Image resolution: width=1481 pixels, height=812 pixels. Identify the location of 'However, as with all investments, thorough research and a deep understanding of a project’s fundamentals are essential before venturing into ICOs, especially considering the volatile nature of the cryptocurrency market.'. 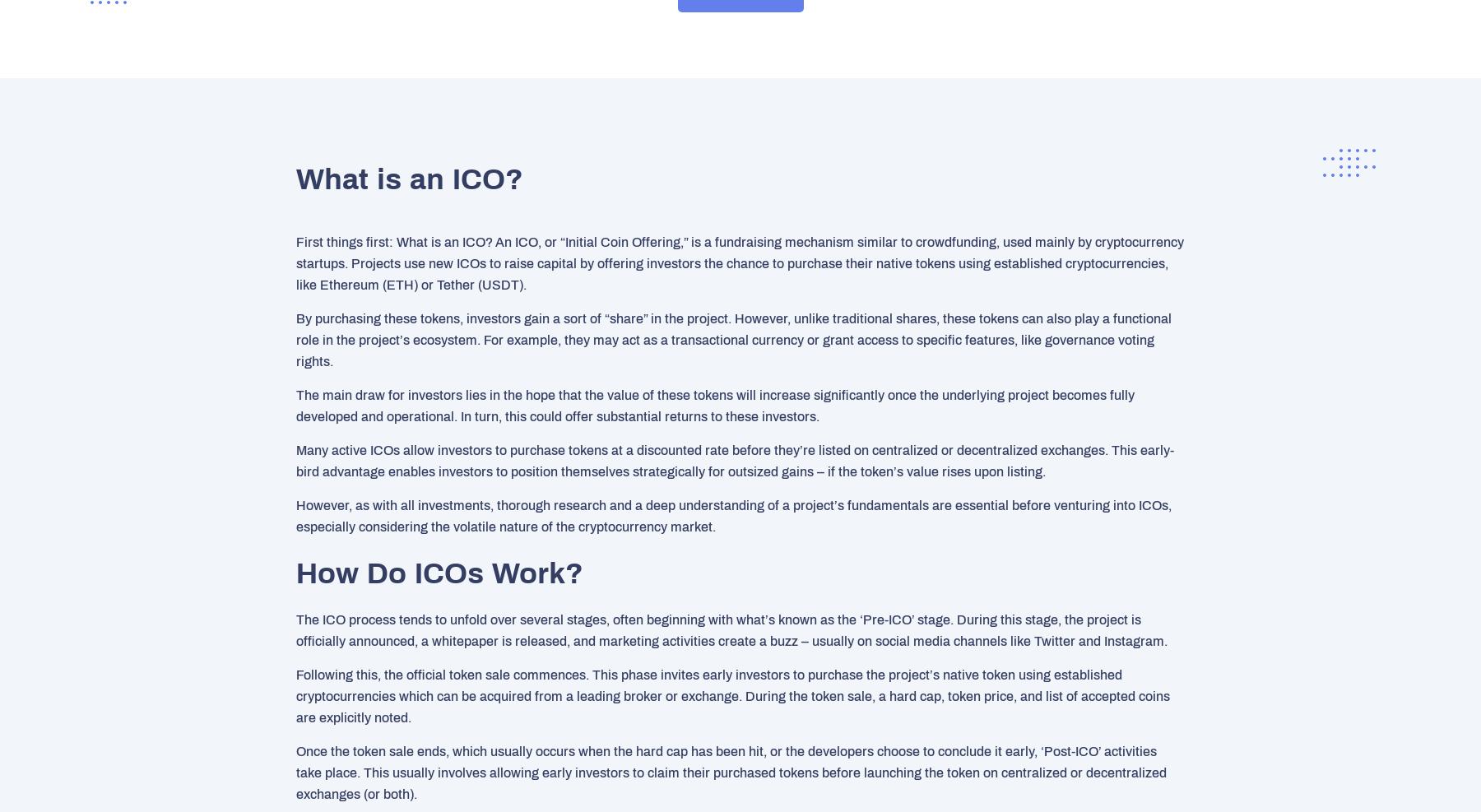
(734, 514).